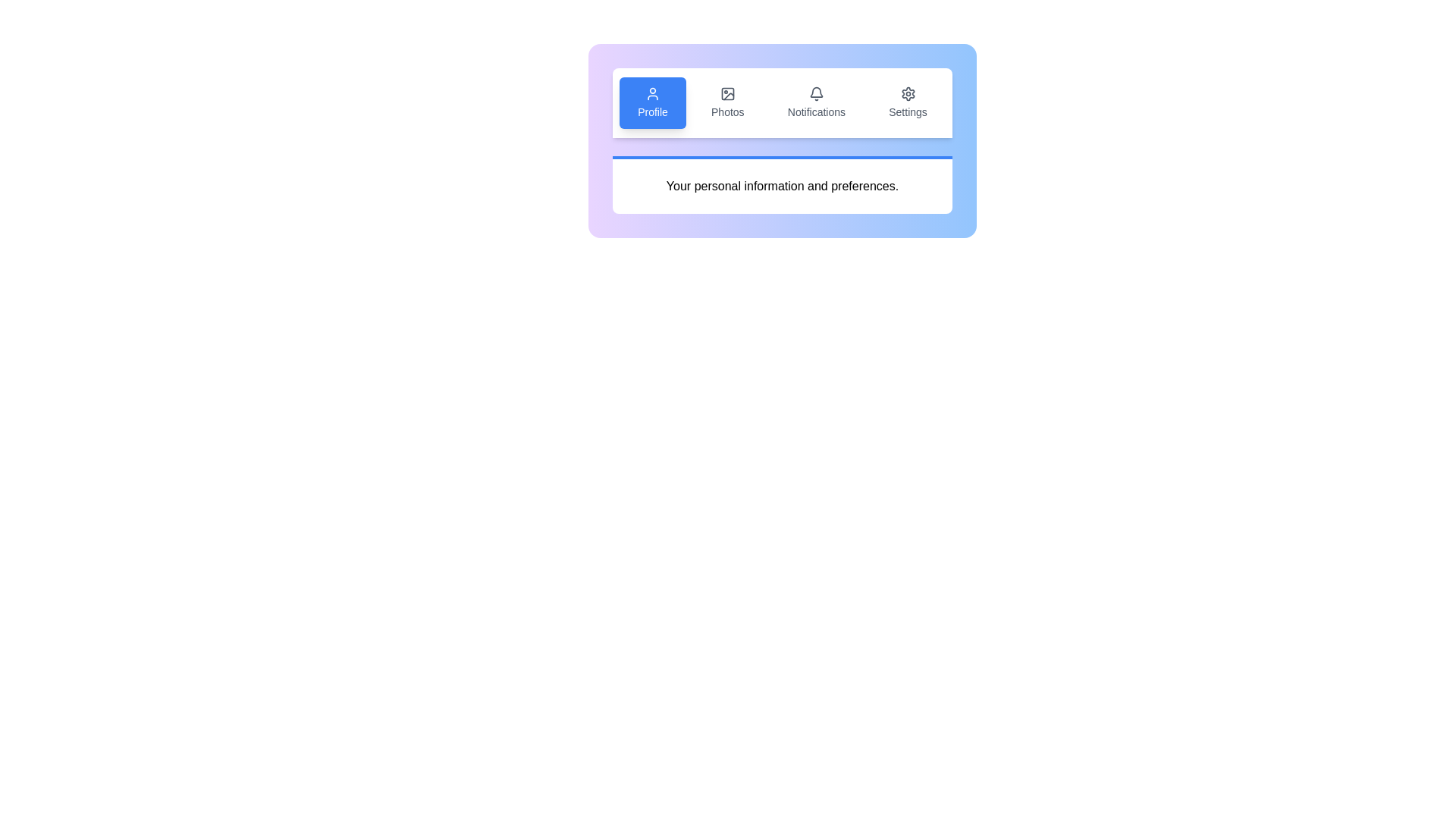 The height and width of the screenshot is (819, 1456). What do you see at coordinates (908, 102) in the screenshot?
I see `the Settings tab by clicking on its corresponding button` at bounding box center [908, 102].